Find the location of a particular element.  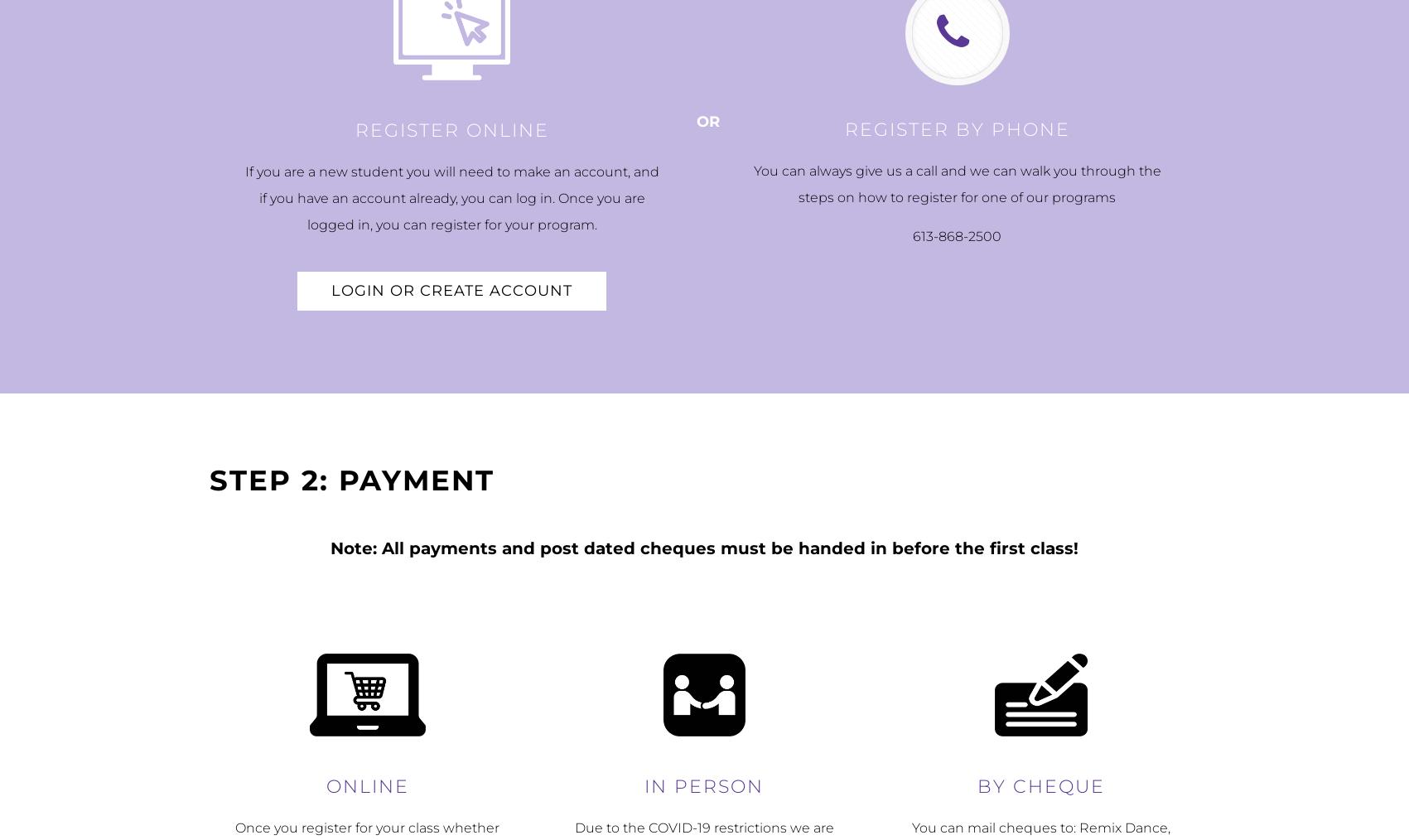

'Step 2: Payment' is located at coordinates (350, 480).